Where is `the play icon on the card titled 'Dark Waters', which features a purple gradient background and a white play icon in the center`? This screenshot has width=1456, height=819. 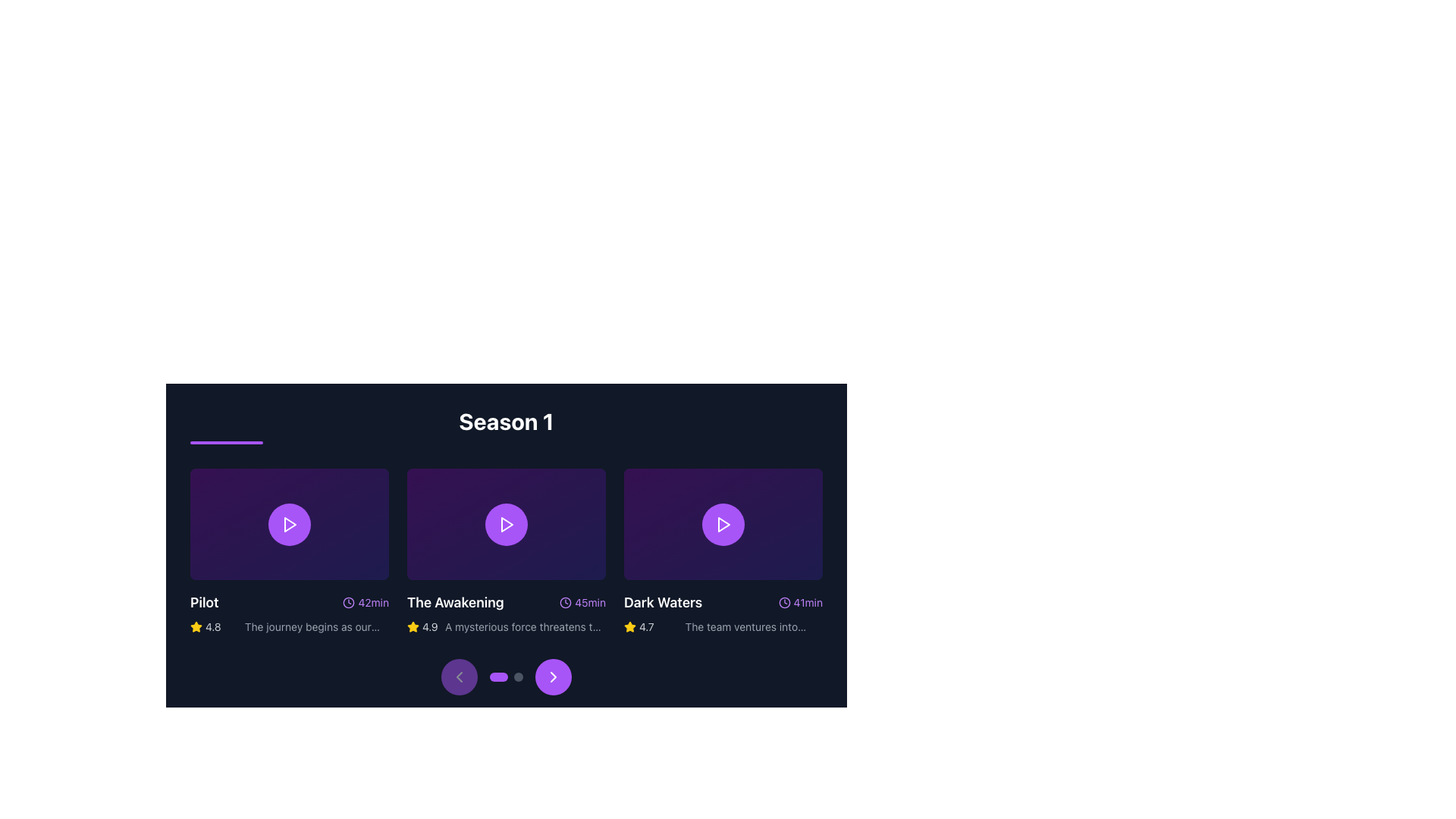
the play icon on the card titled 'Dark Waters', which features a purple gradient background and a white play icon in the center is located at coordinates (723, 551).